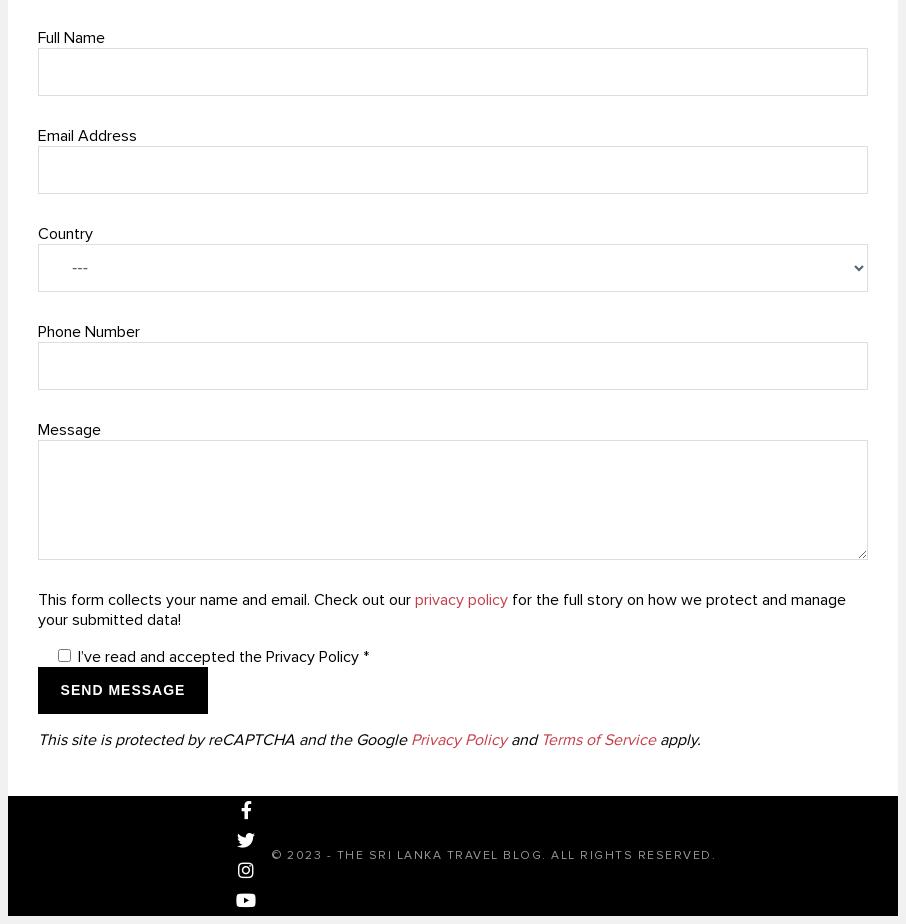 The width and height of the screenshot is (906, 924). What do you see at coordinates (442, 609) in the screenshot?
I see `'for the full story on how we protect and manage your submitted data!'` at bounding box center [442, 609].